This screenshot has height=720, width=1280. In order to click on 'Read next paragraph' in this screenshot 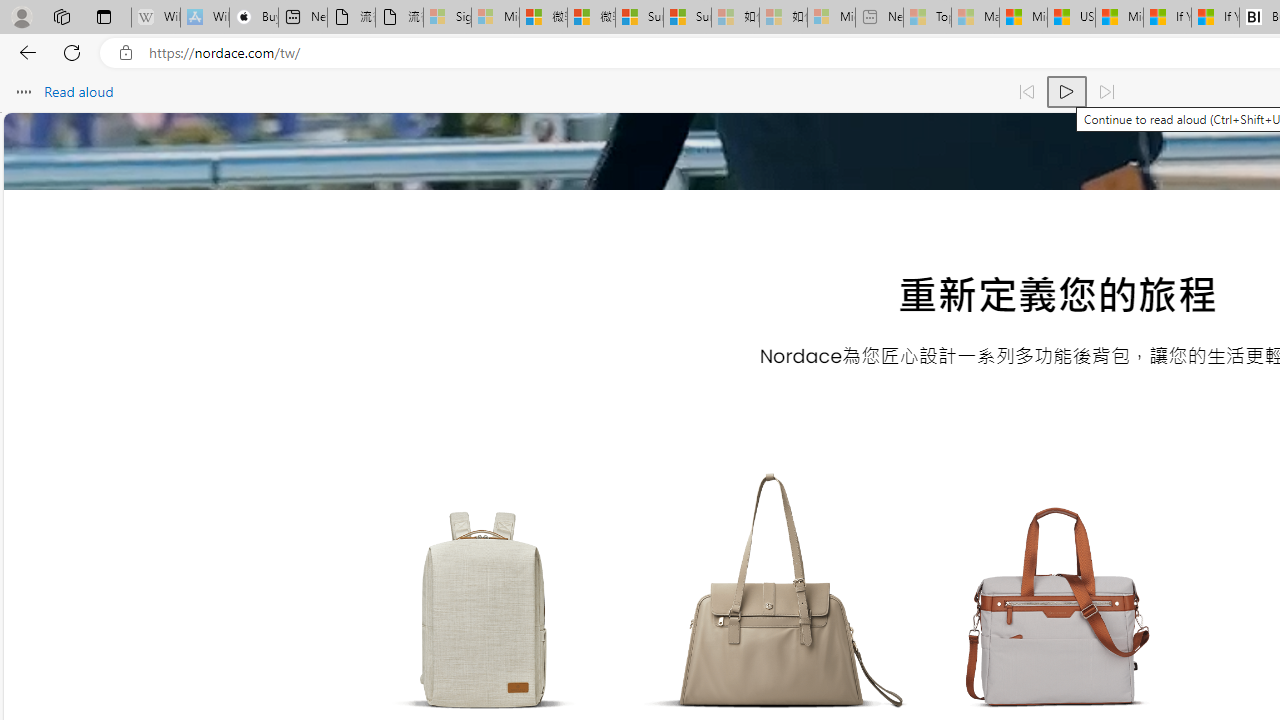, I will do `click(1104, 92)`.